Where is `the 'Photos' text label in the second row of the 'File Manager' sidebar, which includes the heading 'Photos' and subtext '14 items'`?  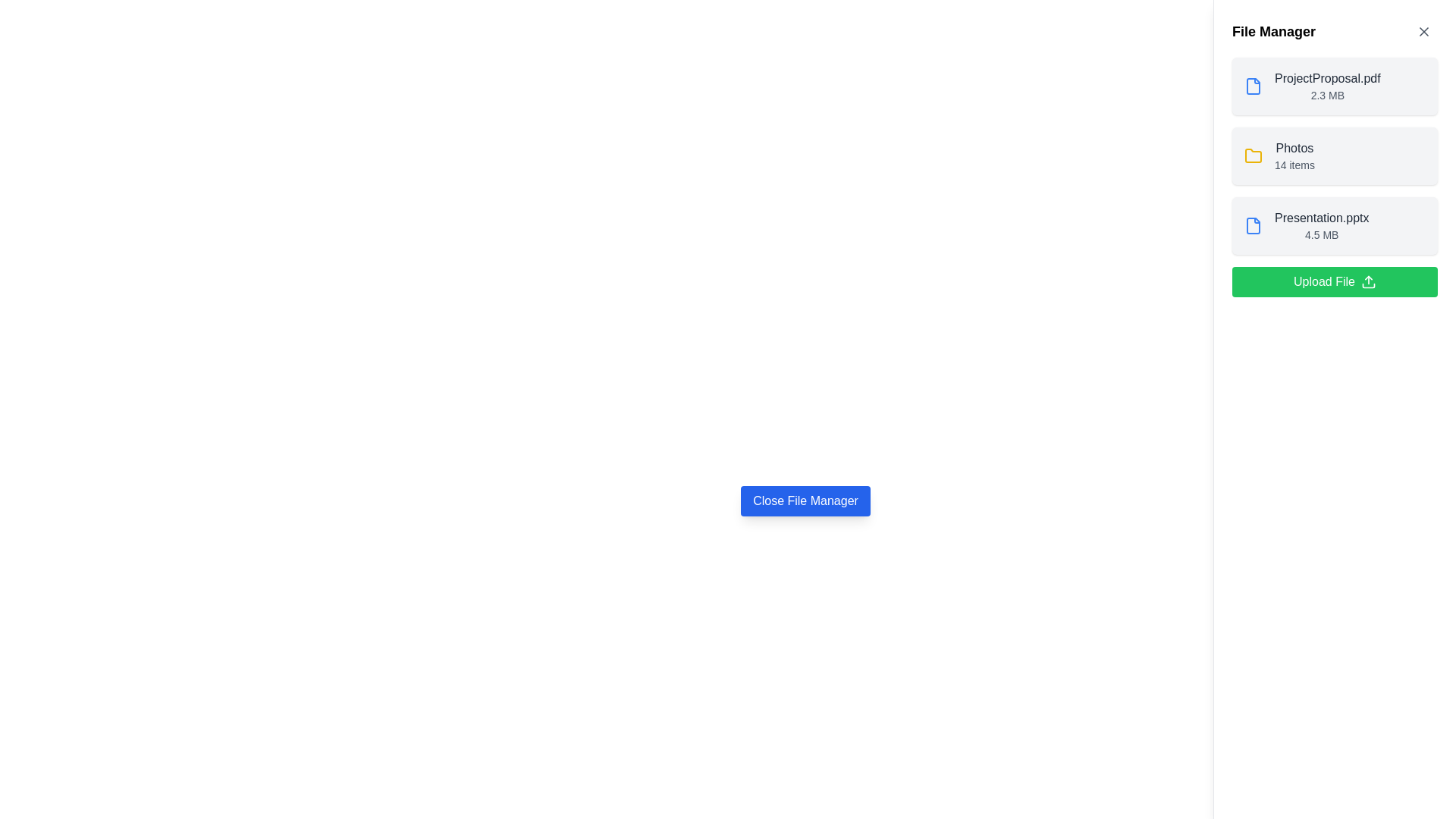 the 'Photos' text label in the second row of the 'File Manager' sidebar, which includes the heading 'Photos' and subtext '14 items' is located at coordinates (1294, 155).